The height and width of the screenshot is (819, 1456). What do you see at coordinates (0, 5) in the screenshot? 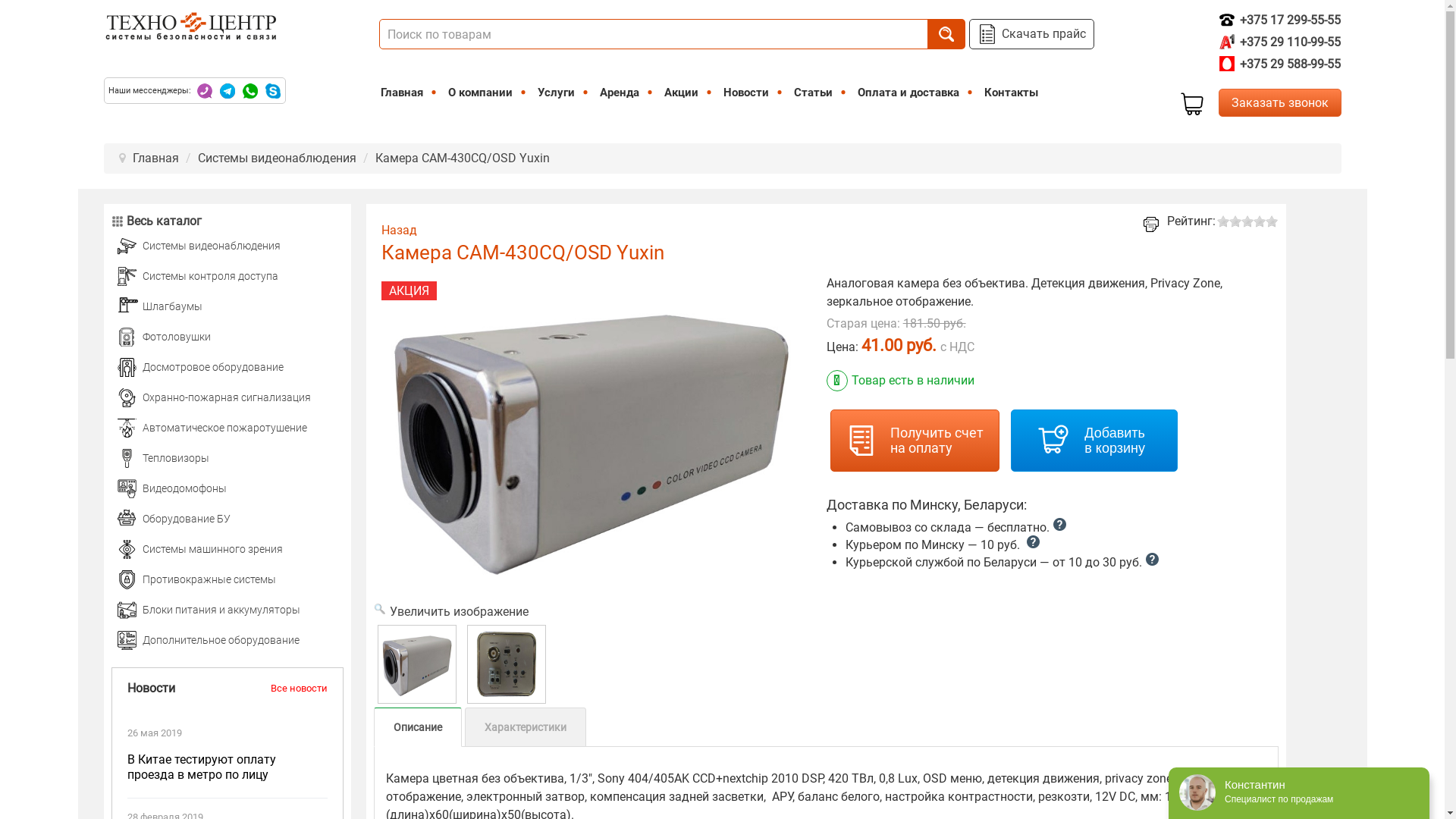
I see `'on'` at bounding box center [0, 5].